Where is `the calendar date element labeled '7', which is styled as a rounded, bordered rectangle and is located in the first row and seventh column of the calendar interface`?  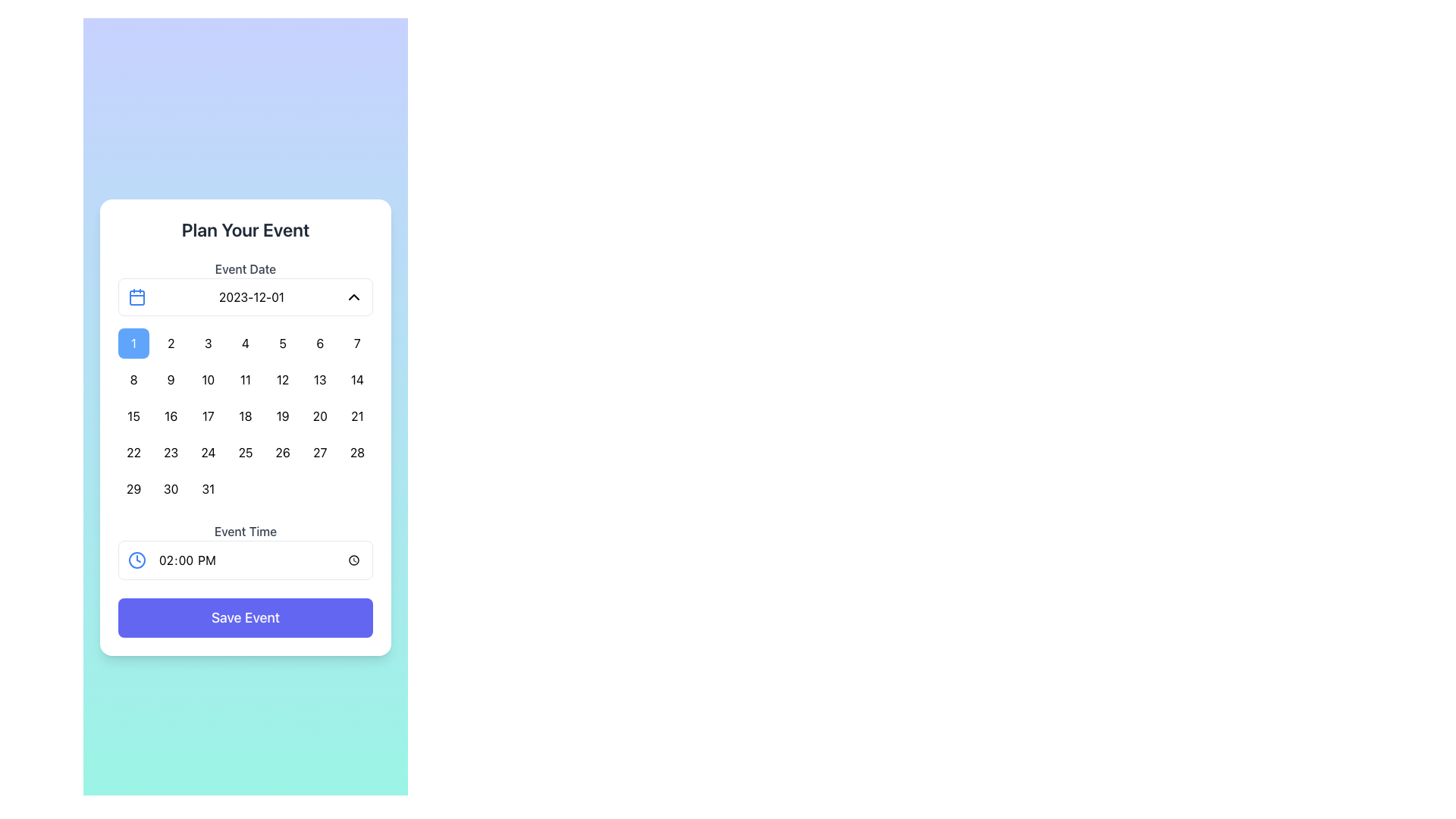 the calendar date element labeled '7', which is styled as a rounded, bordered rectangle and is located in the first row and seventh column of the calendar interface is located at coordinates (356, 343).